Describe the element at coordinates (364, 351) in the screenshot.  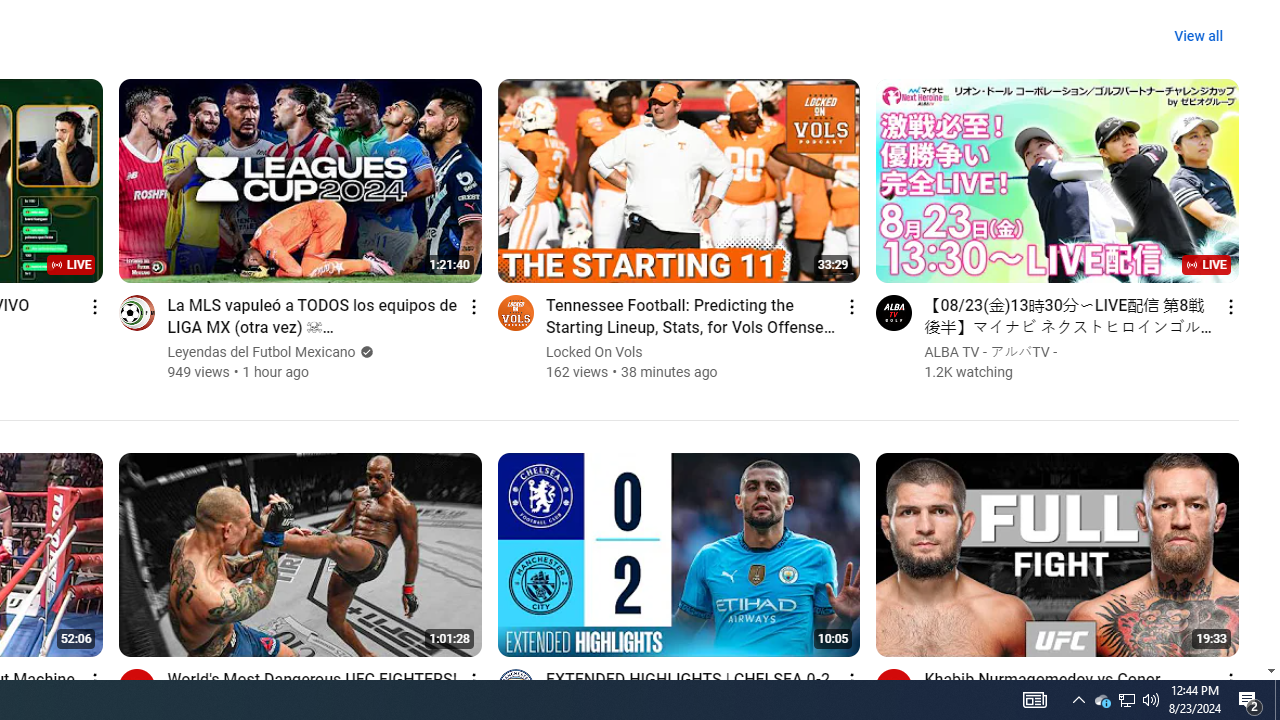
I see `'Verified'` at that location.